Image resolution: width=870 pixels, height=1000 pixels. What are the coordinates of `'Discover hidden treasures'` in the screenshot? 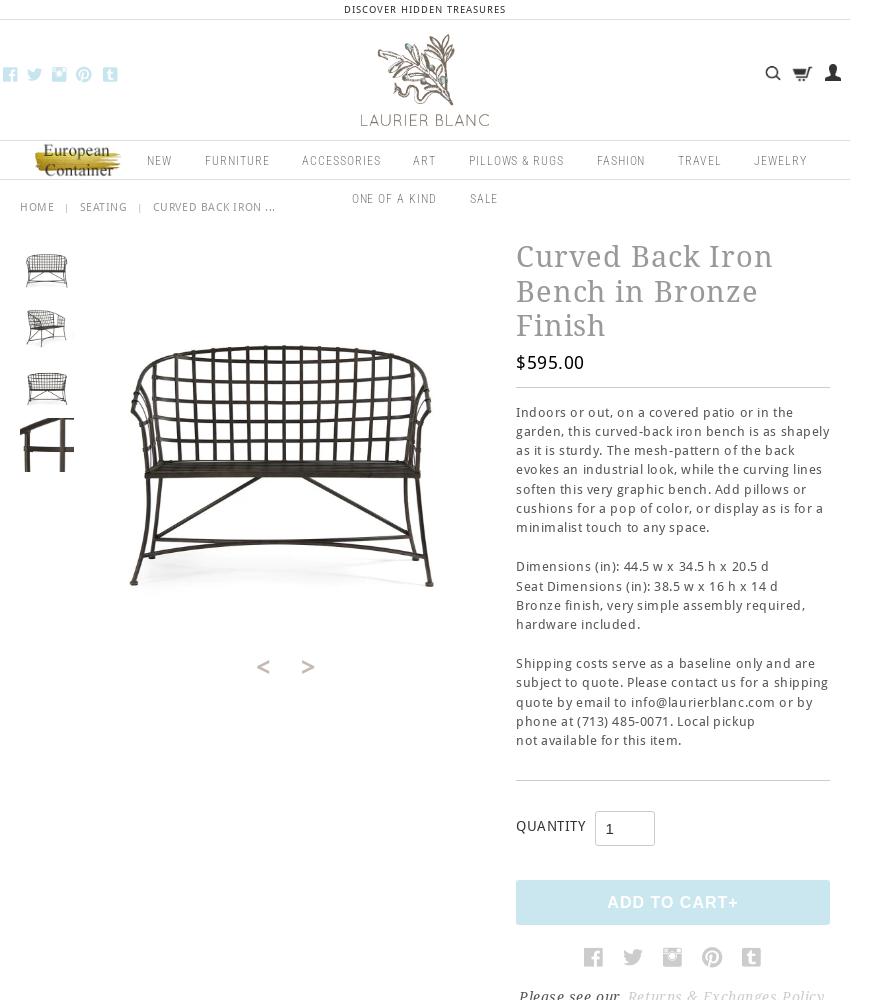 It's located at (424, 9).